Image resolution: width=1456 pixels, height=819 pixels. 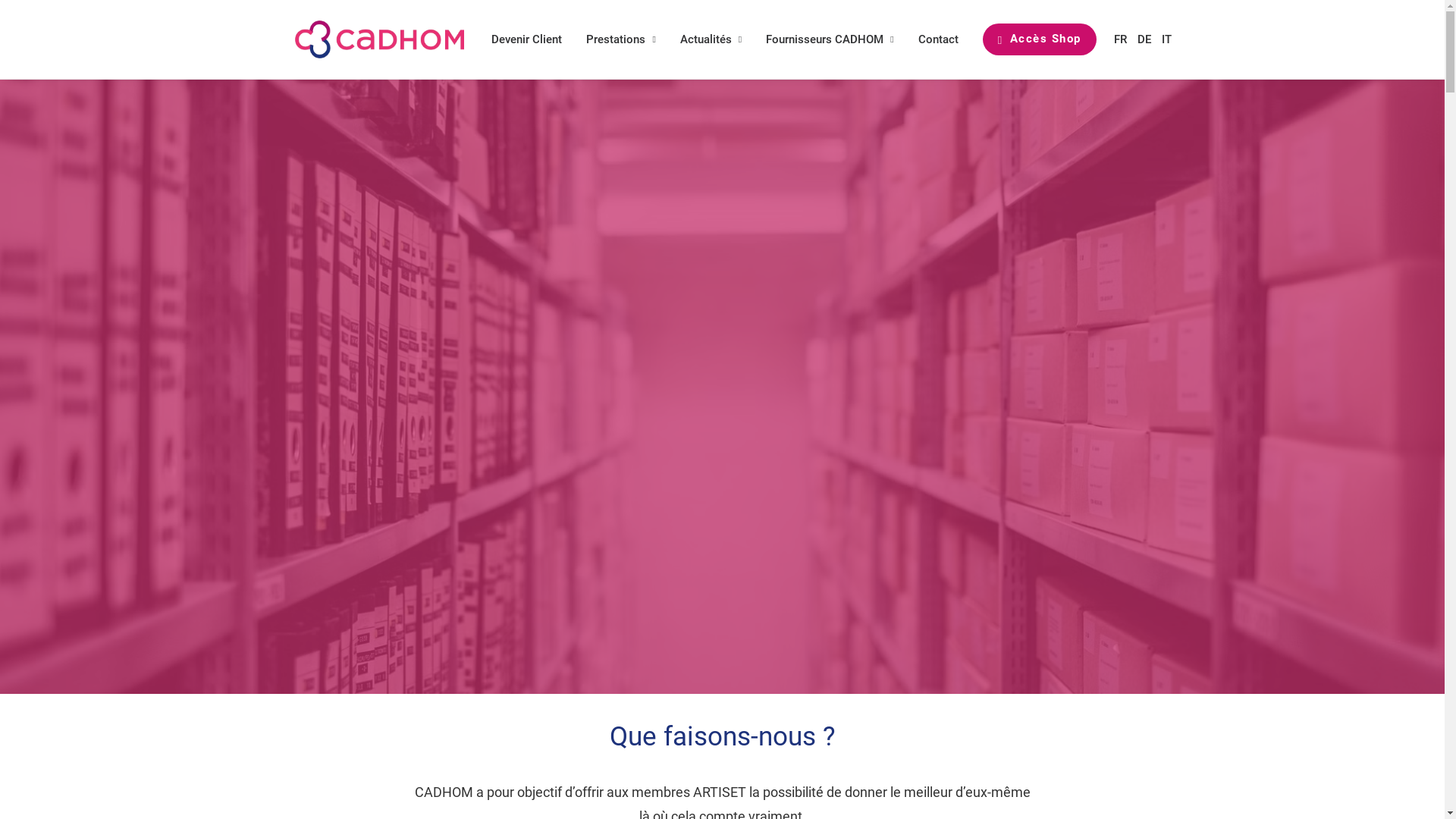 I want to click on 'Fournisseurs CADHOM', so click(x=755, y=38).